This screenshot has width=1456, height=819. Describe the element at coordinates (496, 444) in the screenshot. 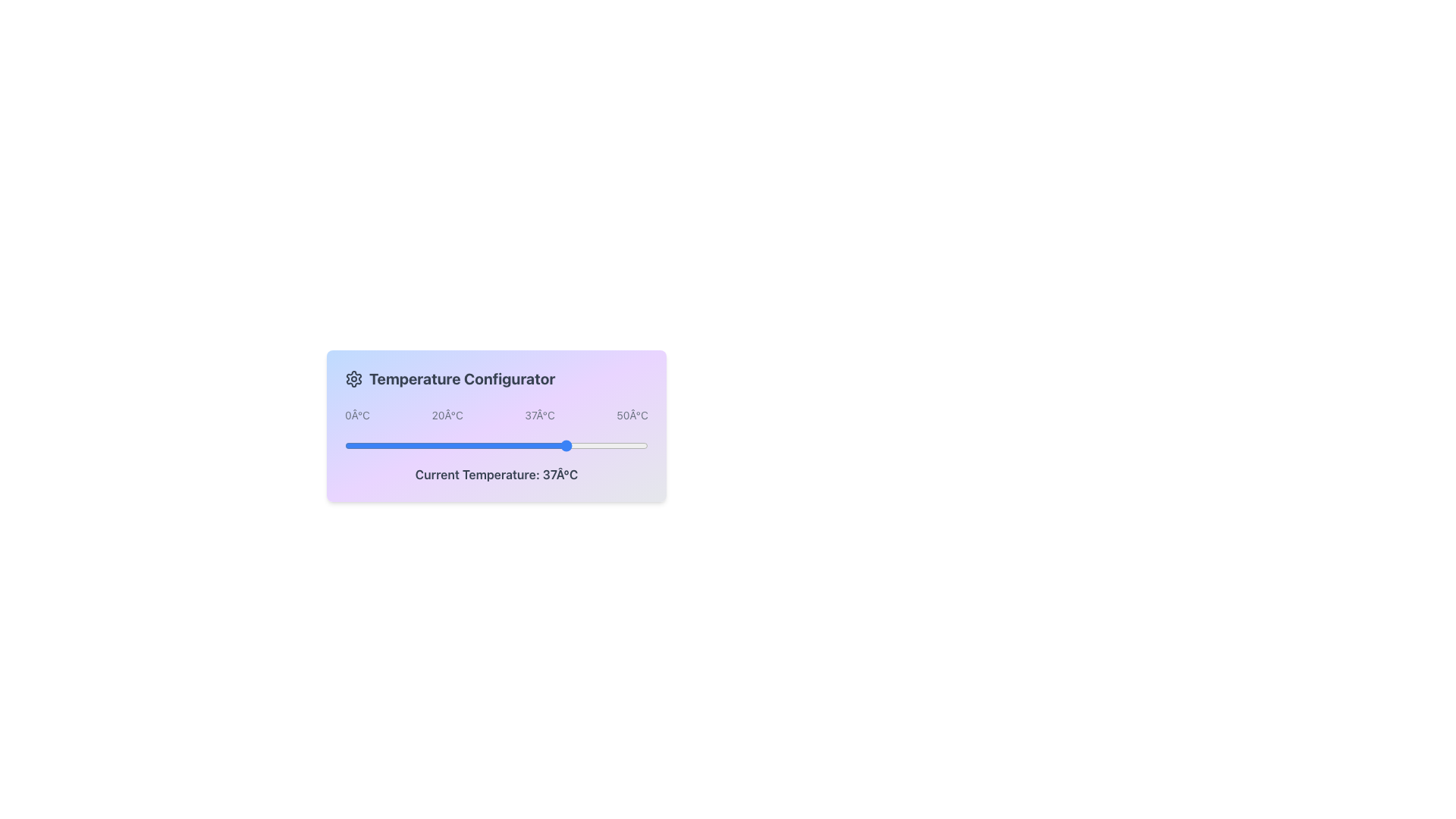

I see `the knob of the horizontal slider` at that location.